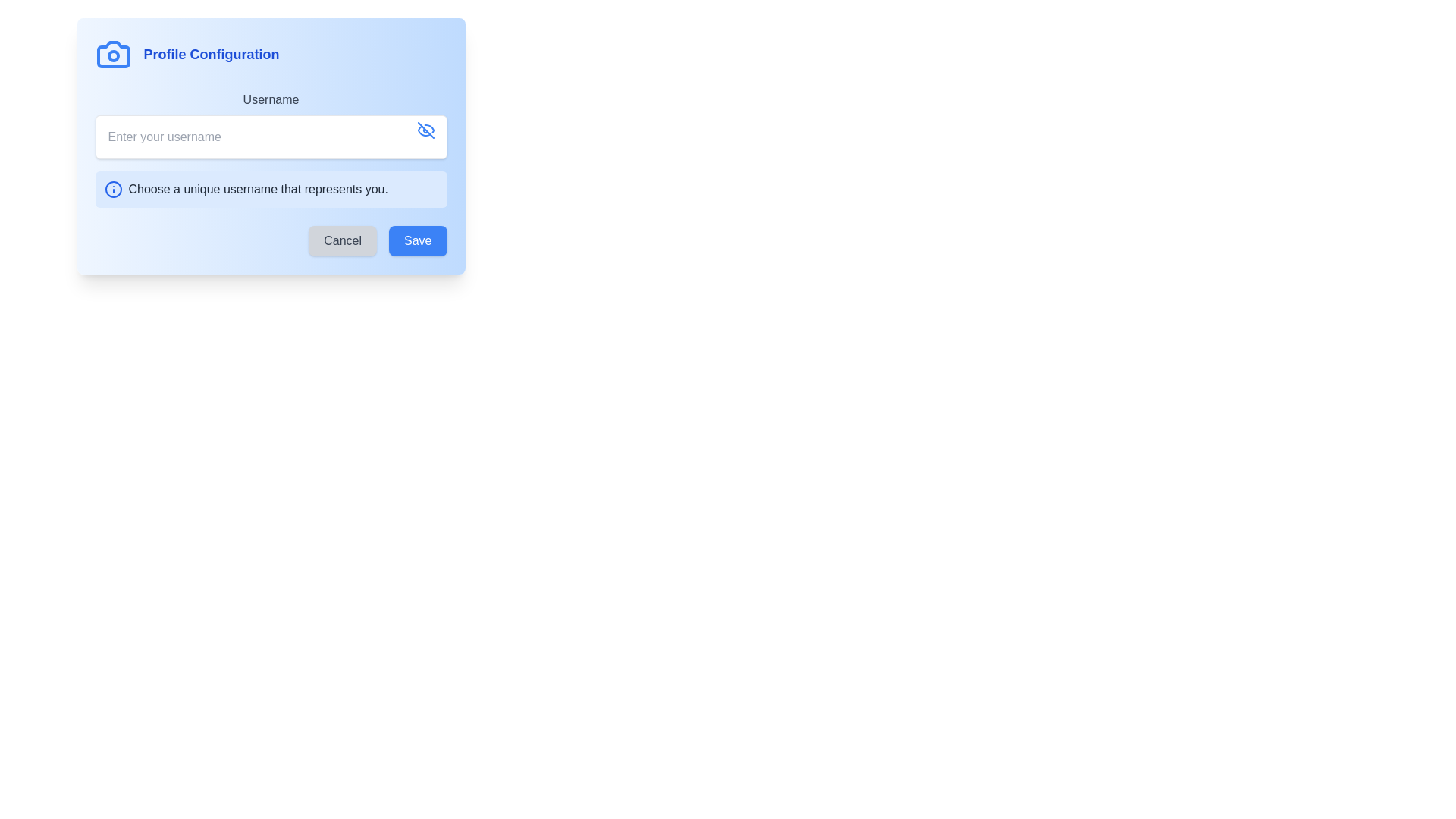 Image resolution: width=1456 pixels, height=819 pixels. Describe the element at coordinates (425, 130) in the screenshot. I see `the icon that toggles the visibility of the username input field` at that location.